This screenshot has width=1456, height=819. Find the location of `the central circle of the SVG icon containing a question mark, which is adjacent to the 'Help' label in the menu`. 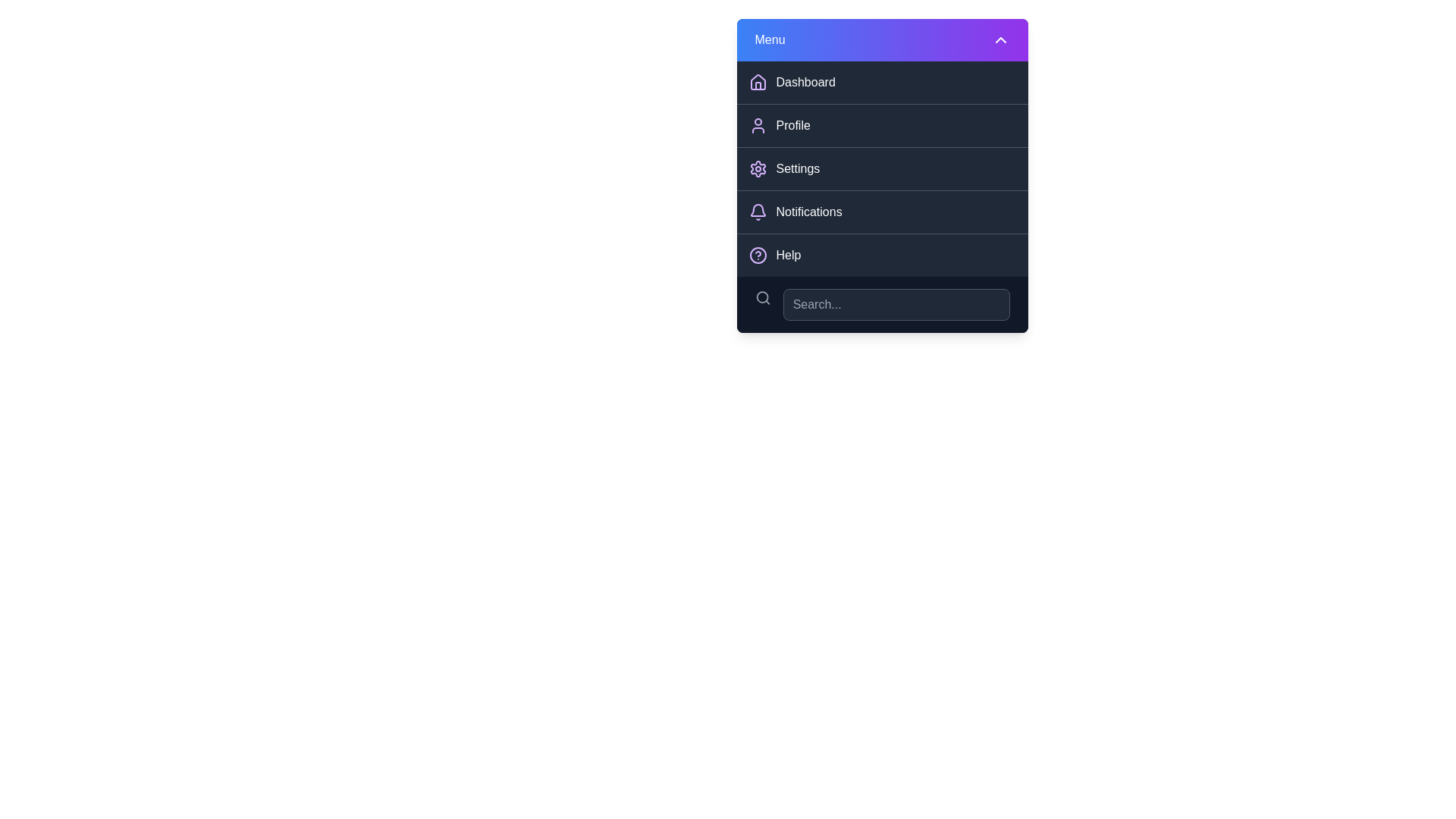

the central circle of the SVG icon containing a question mark, which is adjacent to the 'Help' label in the menu is located at coordinates (758, 254).